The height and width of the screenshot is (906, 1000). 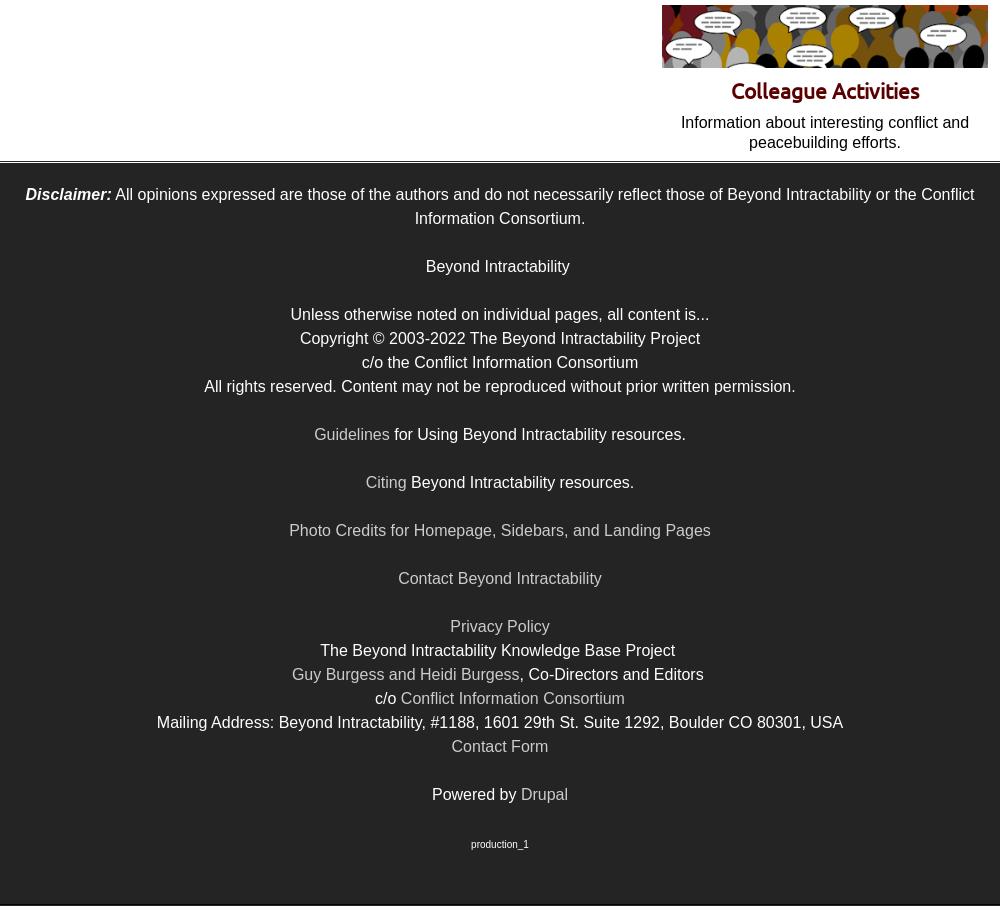 What do you see at coordinates (387, 698) in the screenshot?
I see `'c/o'` at bounding box center [387, 698].